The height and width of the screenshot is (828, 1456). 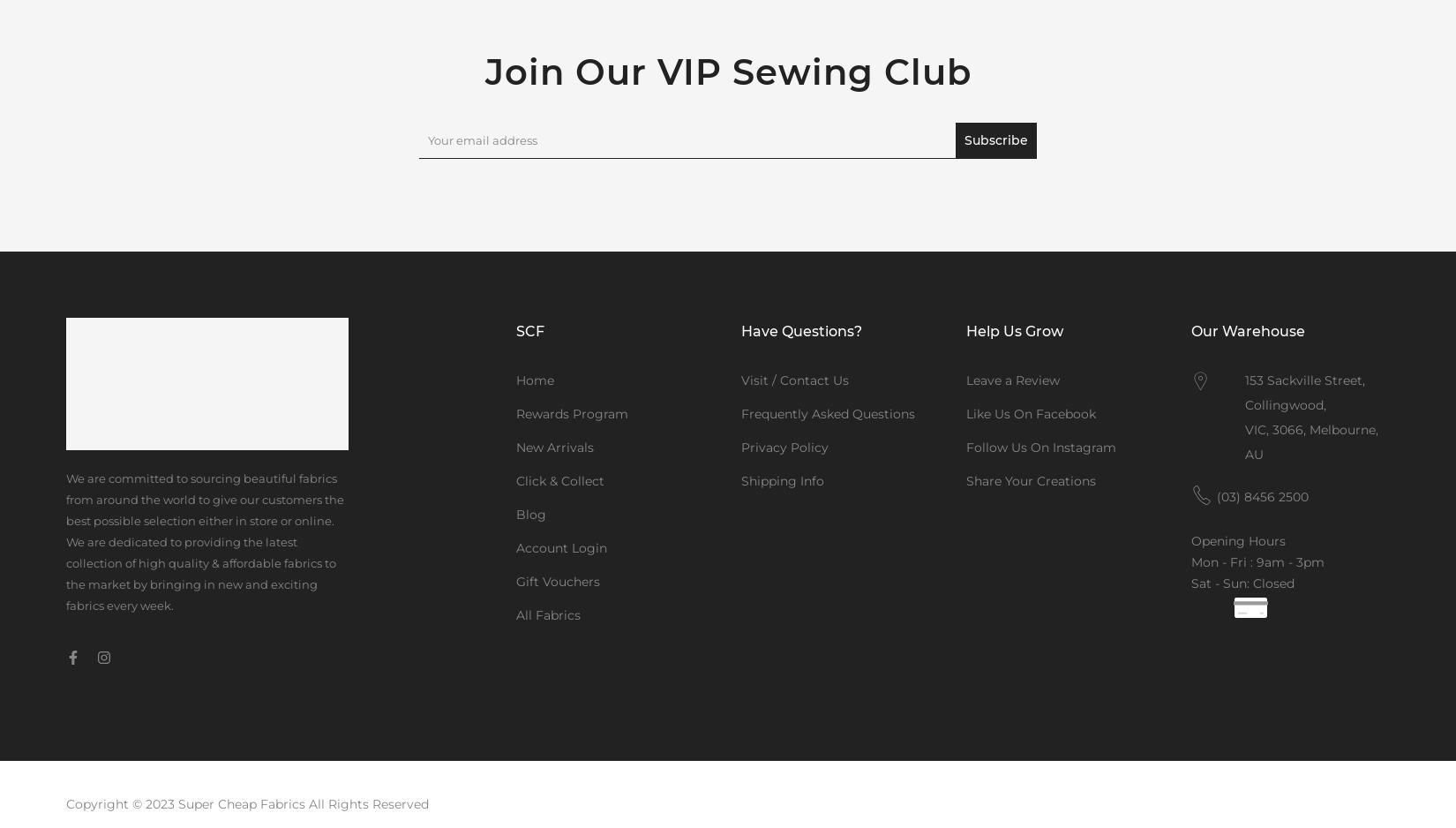 I want to click on 'Home', so click(x=534, y=380).